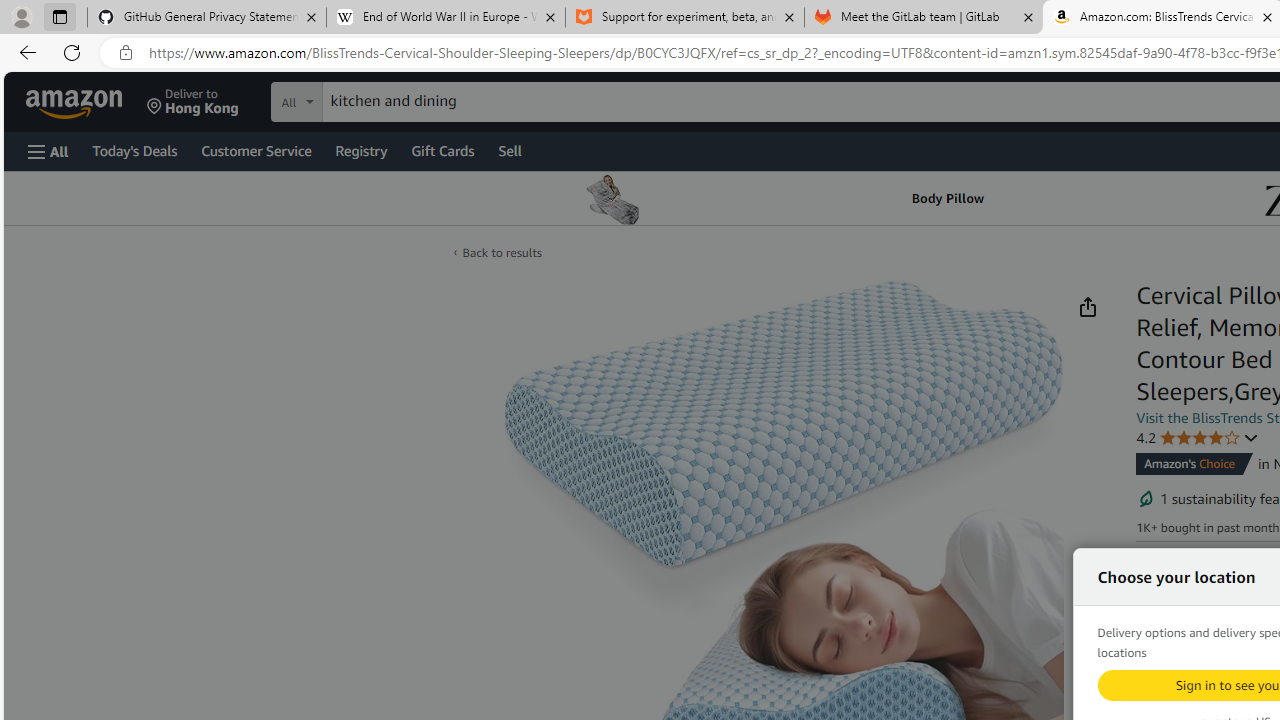 The height and width of the screenshot is (720, 1280). What do you see at coordinates (76, 101) in the screenshot?
I see `'Amazon'` at bounding box center [76, 101].